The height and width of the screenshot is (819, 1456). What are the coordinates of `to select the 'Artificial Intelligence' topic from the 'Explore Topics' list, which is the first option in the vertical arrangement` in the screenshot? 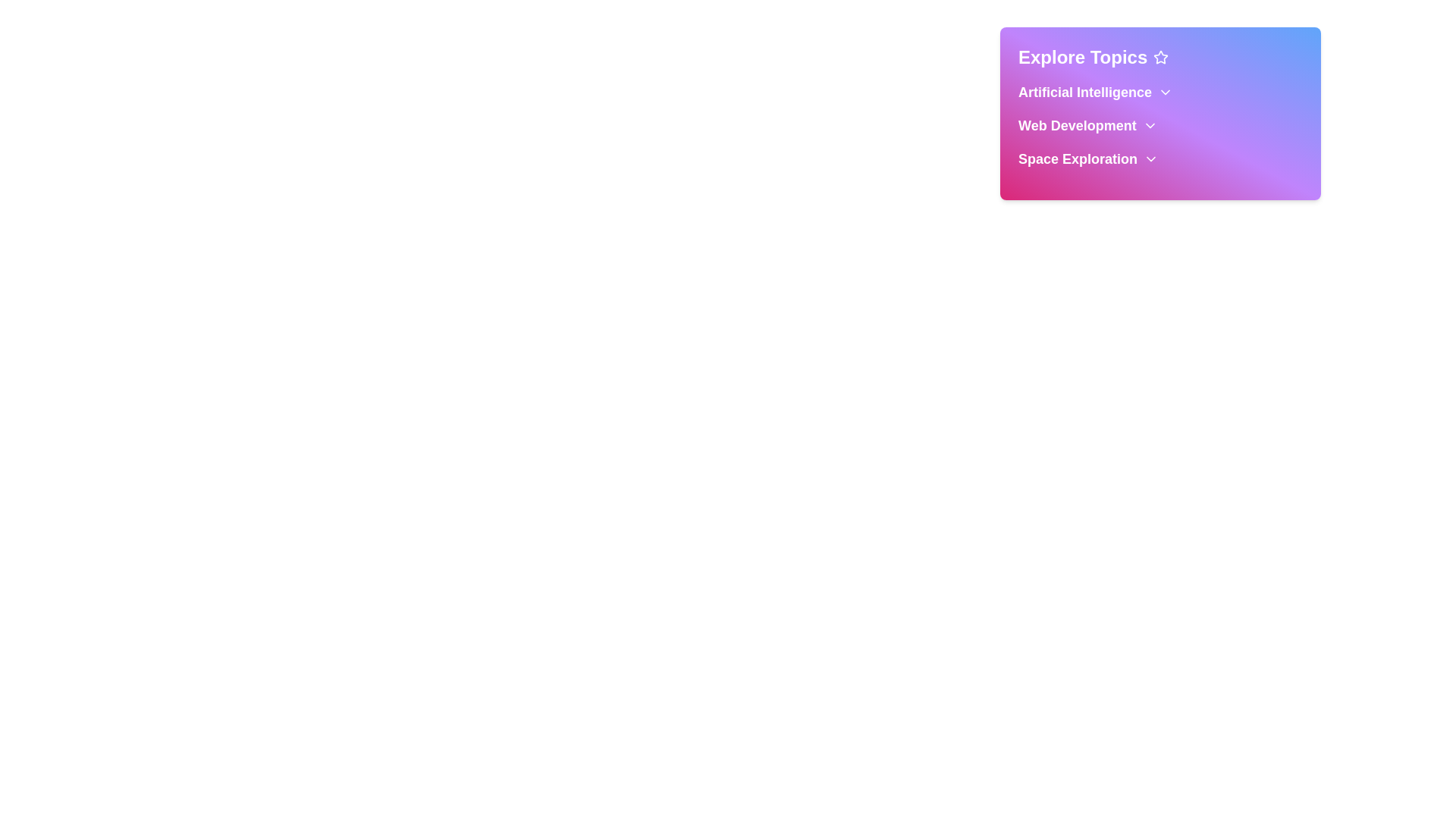 It's located at (1084, 93).